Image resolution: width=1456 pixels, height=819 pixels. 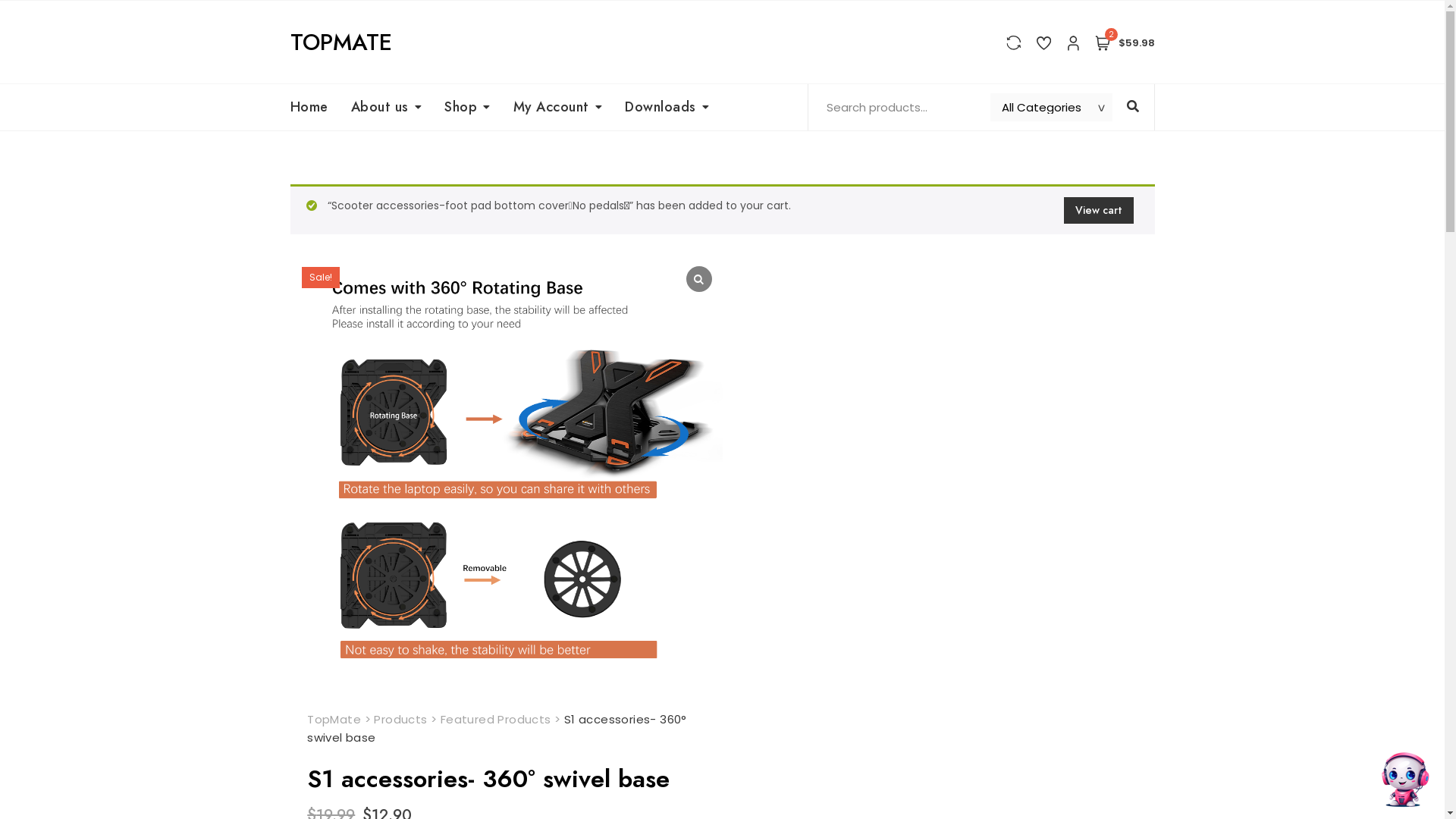 What do you see at coordinates (340, 41) in the screenshot?
I see `'TOPMATE'` at bounding box center [340, 41].